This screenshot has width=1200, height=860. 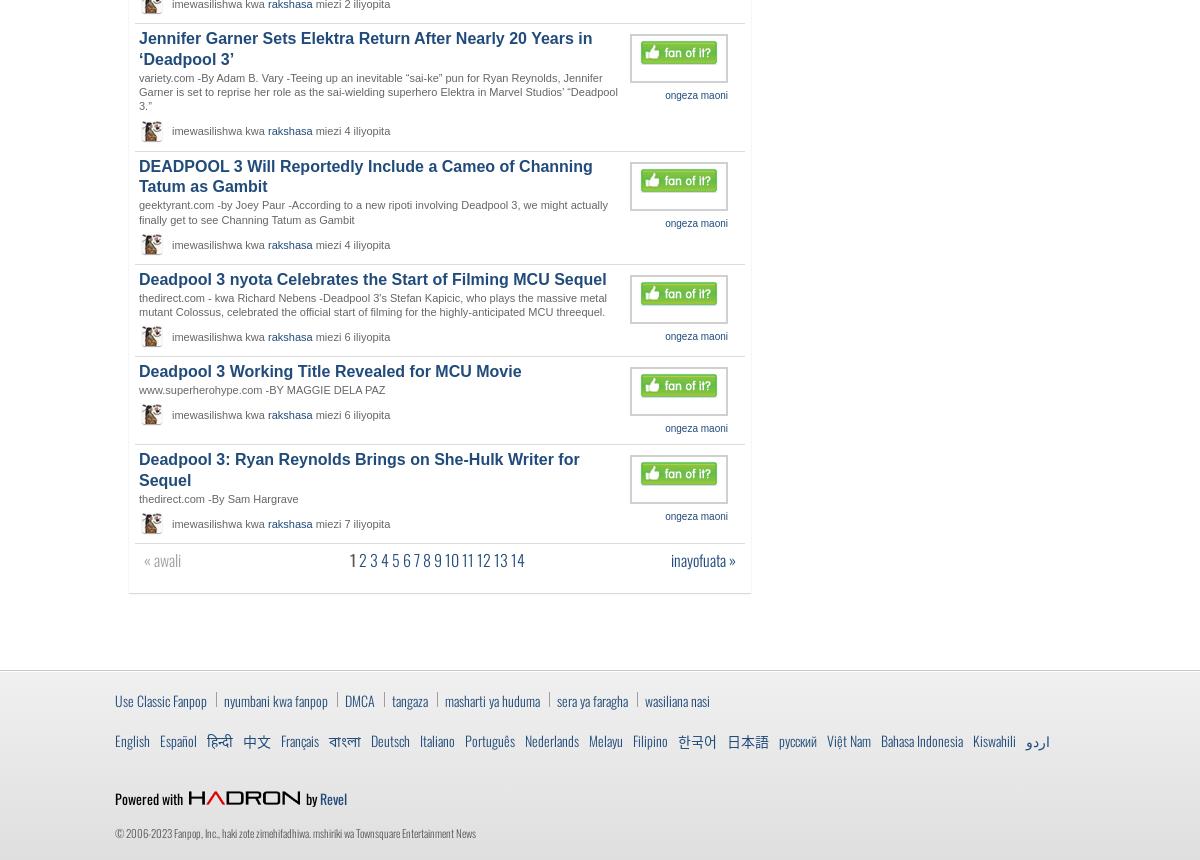 I want to click on '8', so click(x=423, y=560).